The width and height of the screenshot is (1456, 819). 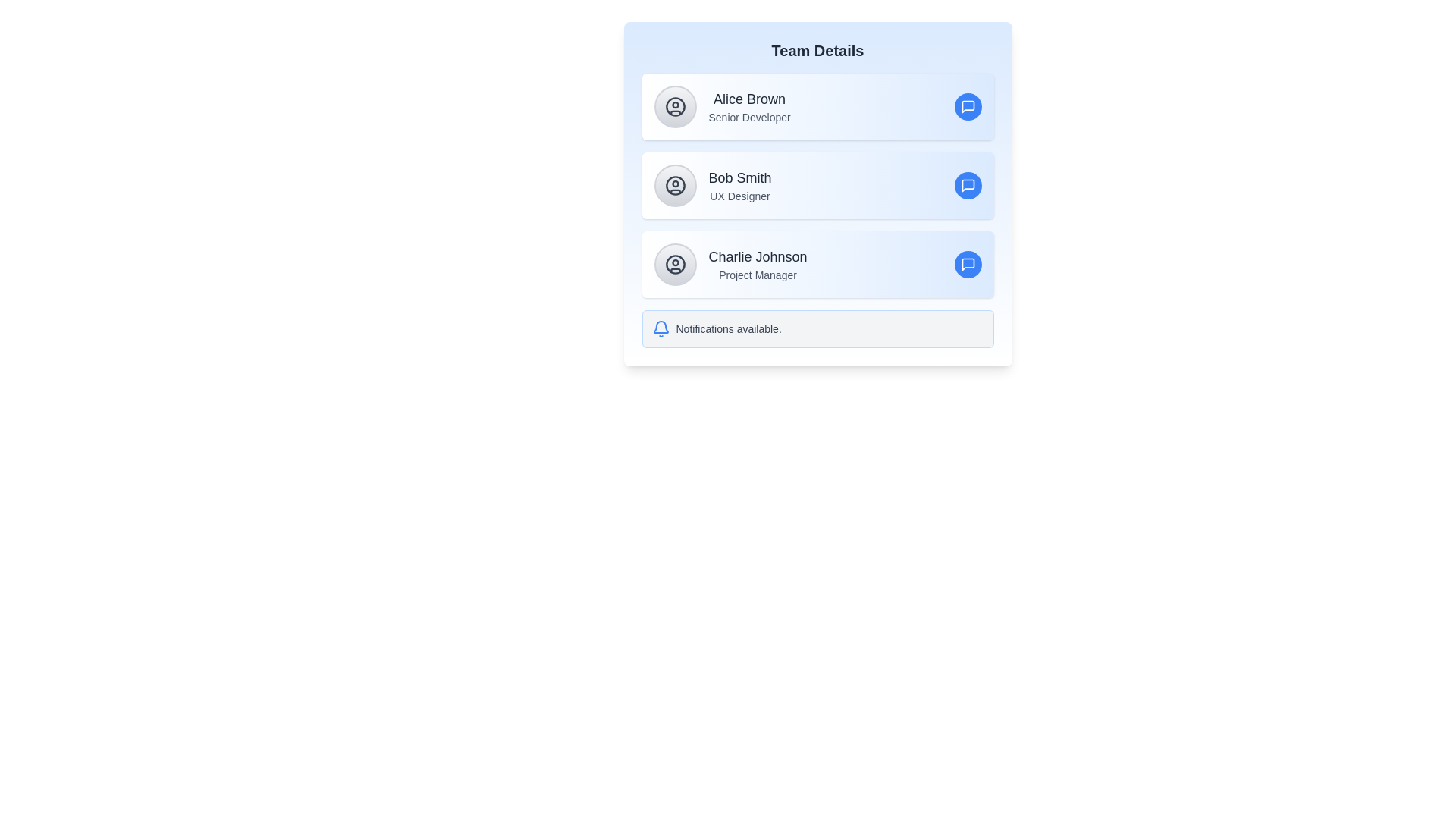 What do you see at coordinates (967, 106) in the screenshot?
I see `the chat icon associated with 'Alice Brown'` at bounding box center [967, 106].